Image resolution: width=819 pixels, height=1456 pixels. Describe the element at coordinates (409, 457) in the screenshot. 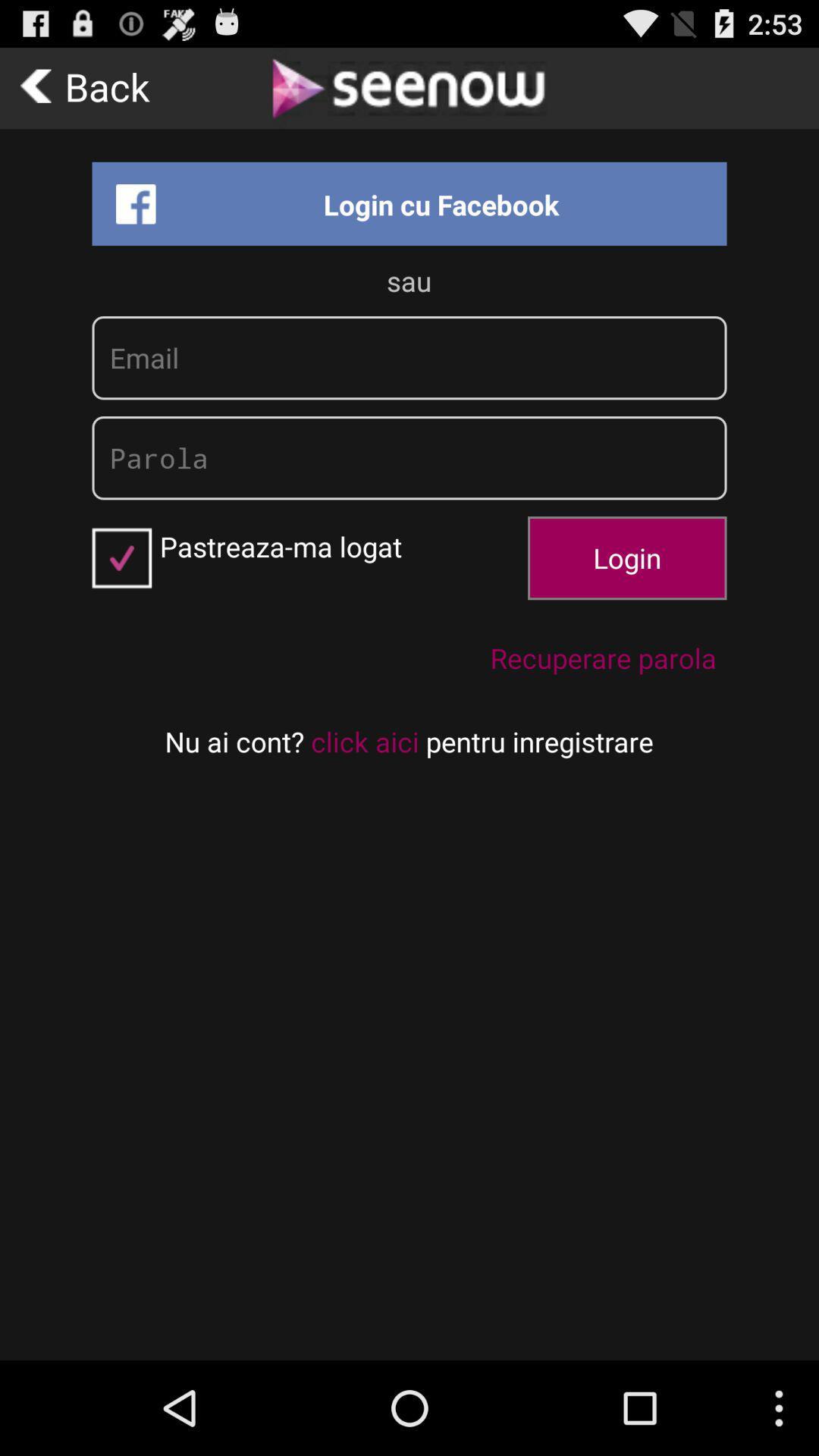

I see `password` at that location.